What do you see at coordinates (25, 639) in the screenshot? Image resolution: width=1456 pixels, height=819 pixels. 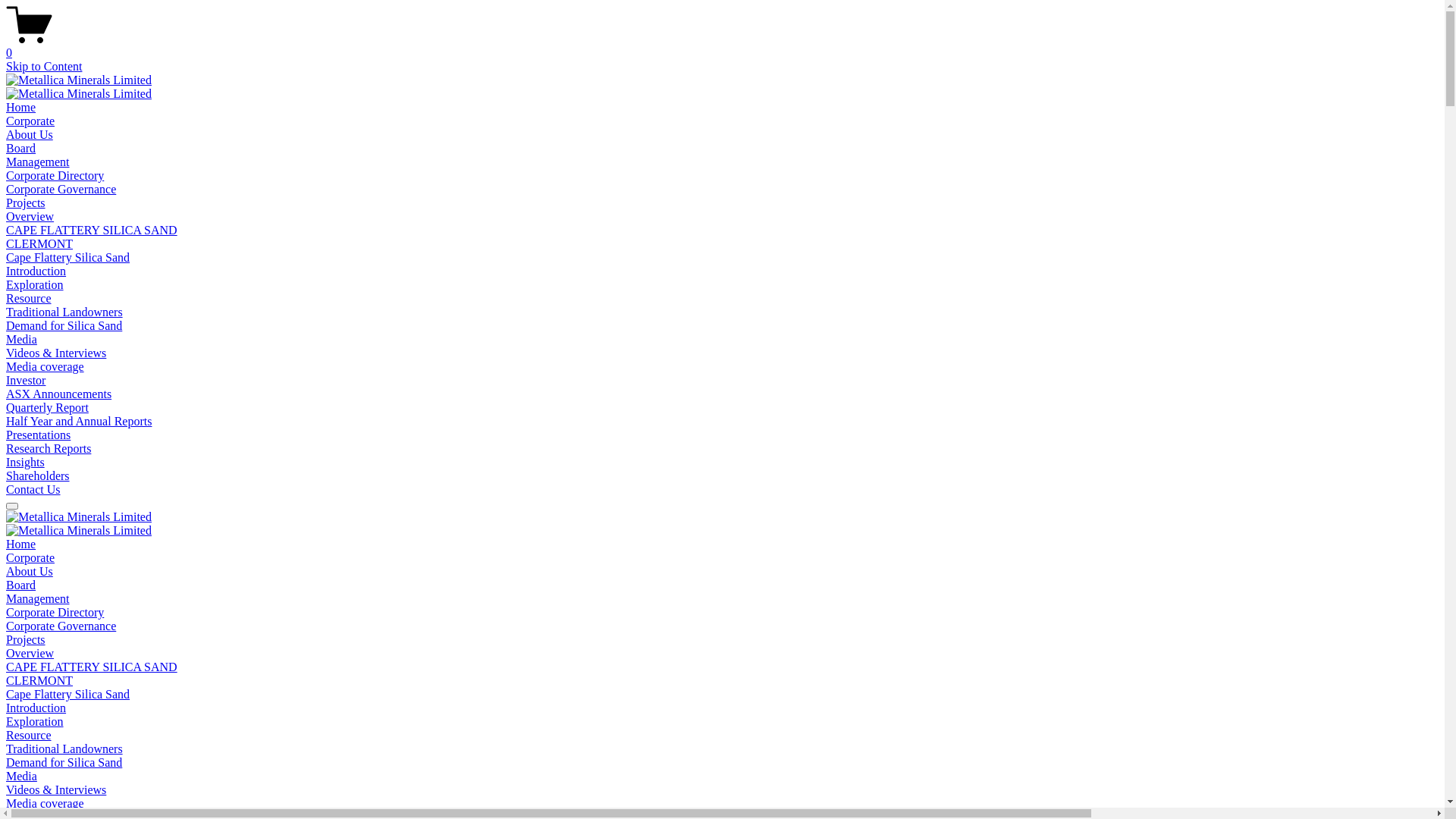 I see `'Projects'` at bounding box center [25, 639].